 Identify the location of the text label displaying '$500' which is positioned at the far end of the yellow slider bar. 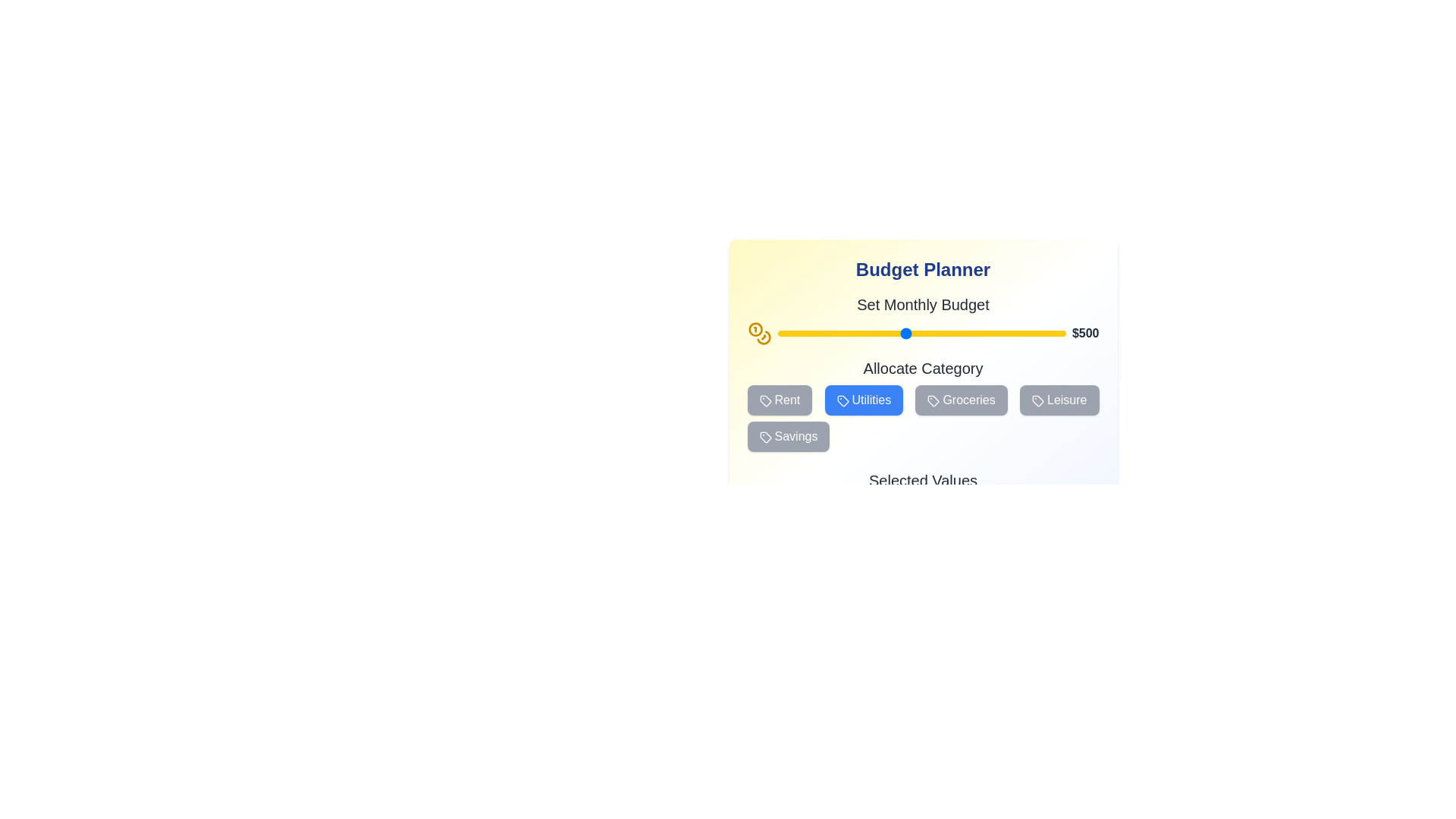
(1084, 332).